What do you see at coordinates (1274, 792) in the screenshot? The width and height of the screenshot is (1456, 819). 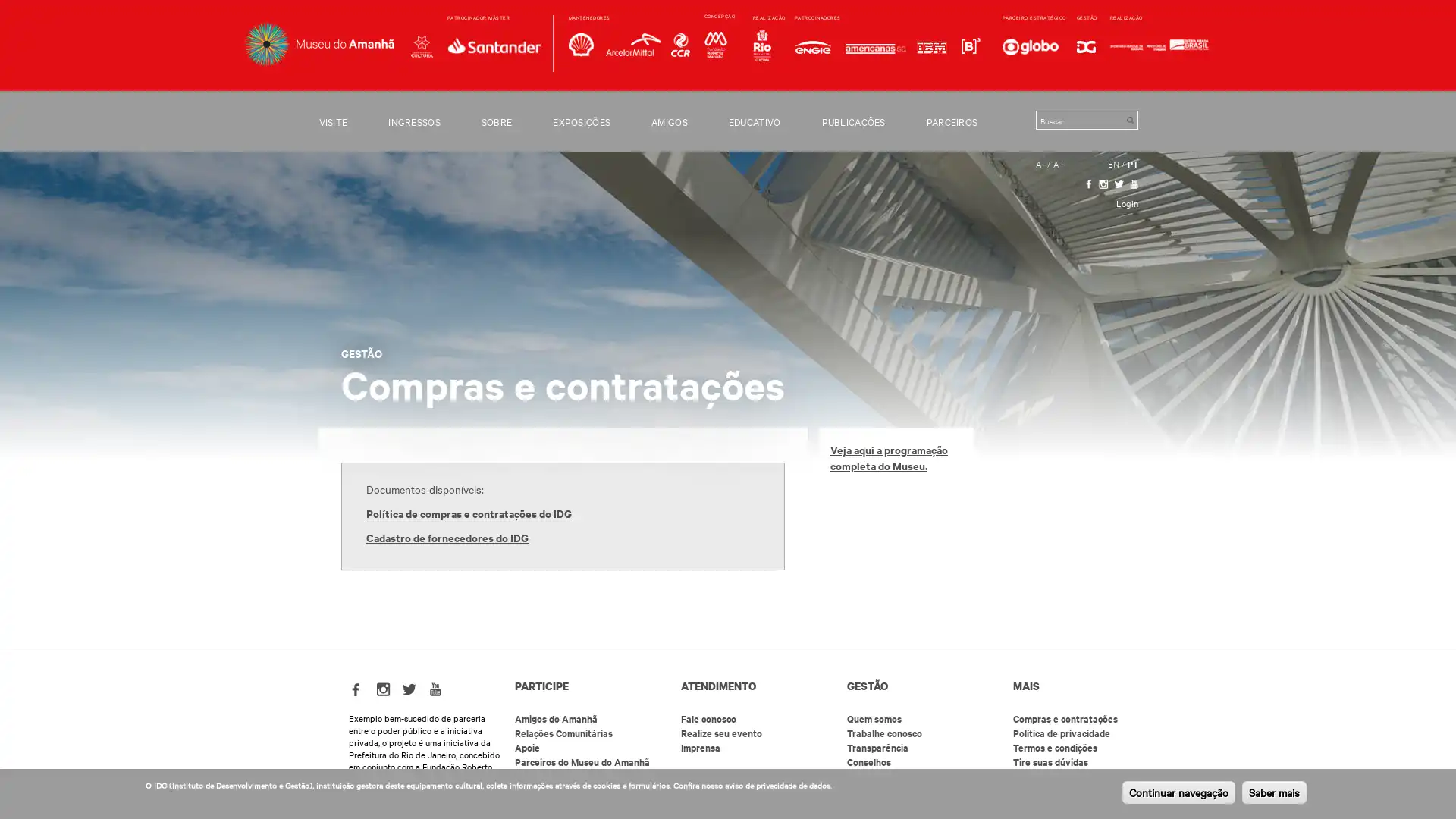 I see `Saber mais` at bounding box center [1274, 792].